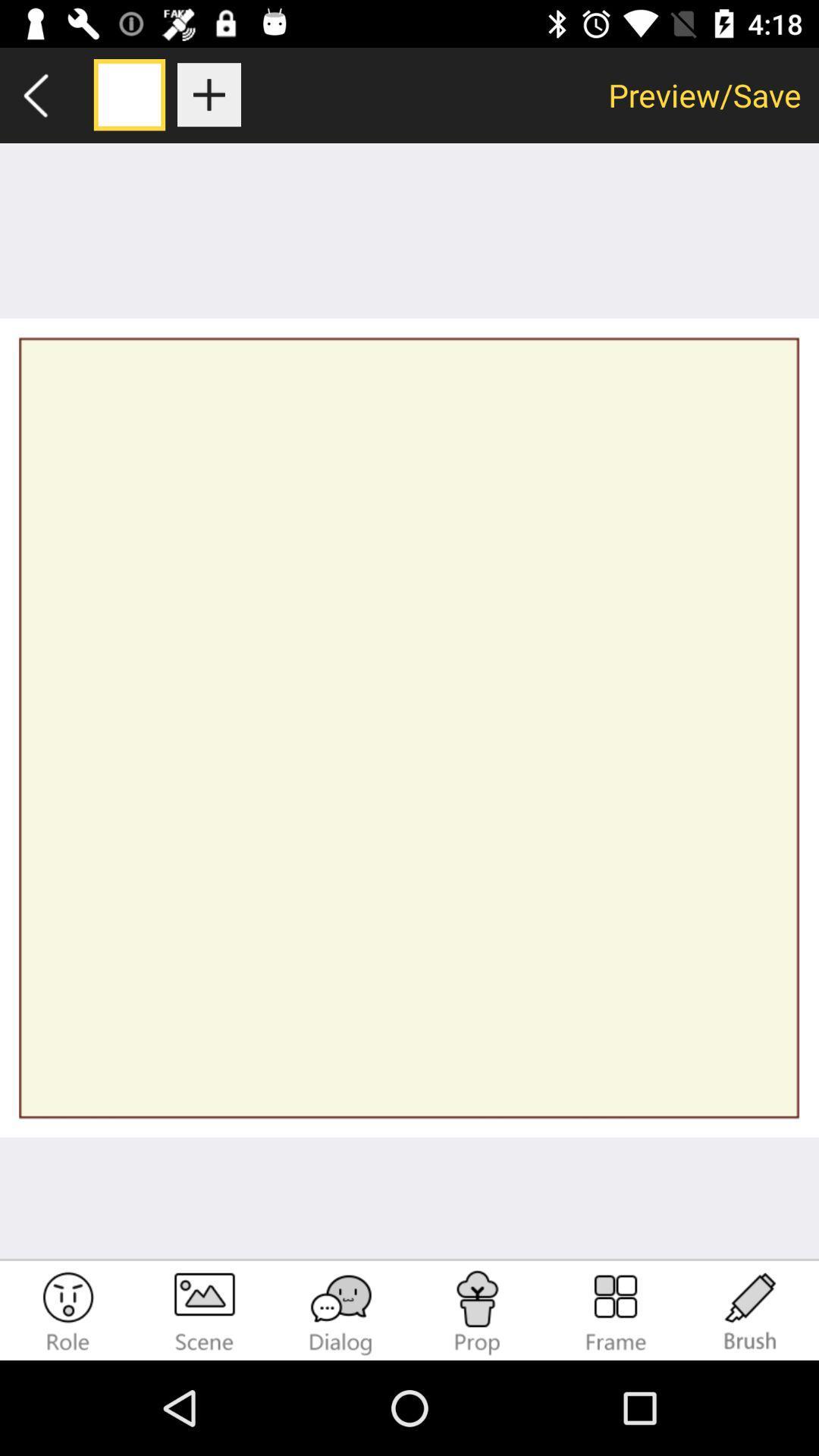 This screenshot has height=1456, width=819. I want to click on the edit icon, so click(751, 1312).